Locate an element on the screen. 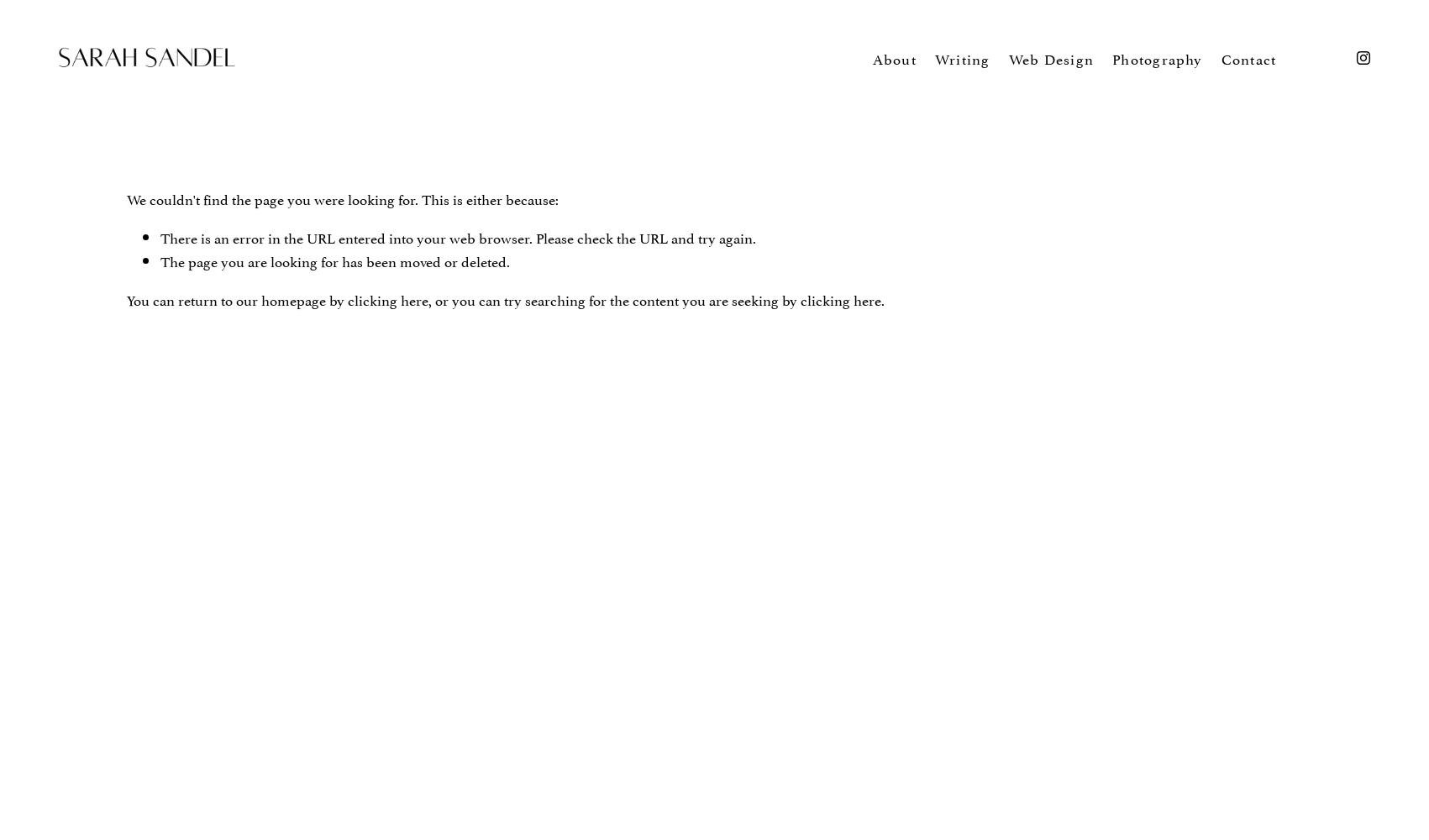 The width and height of the screenshot is (1429, 840). 'Web Design' is located at coordinates (1050, 56).